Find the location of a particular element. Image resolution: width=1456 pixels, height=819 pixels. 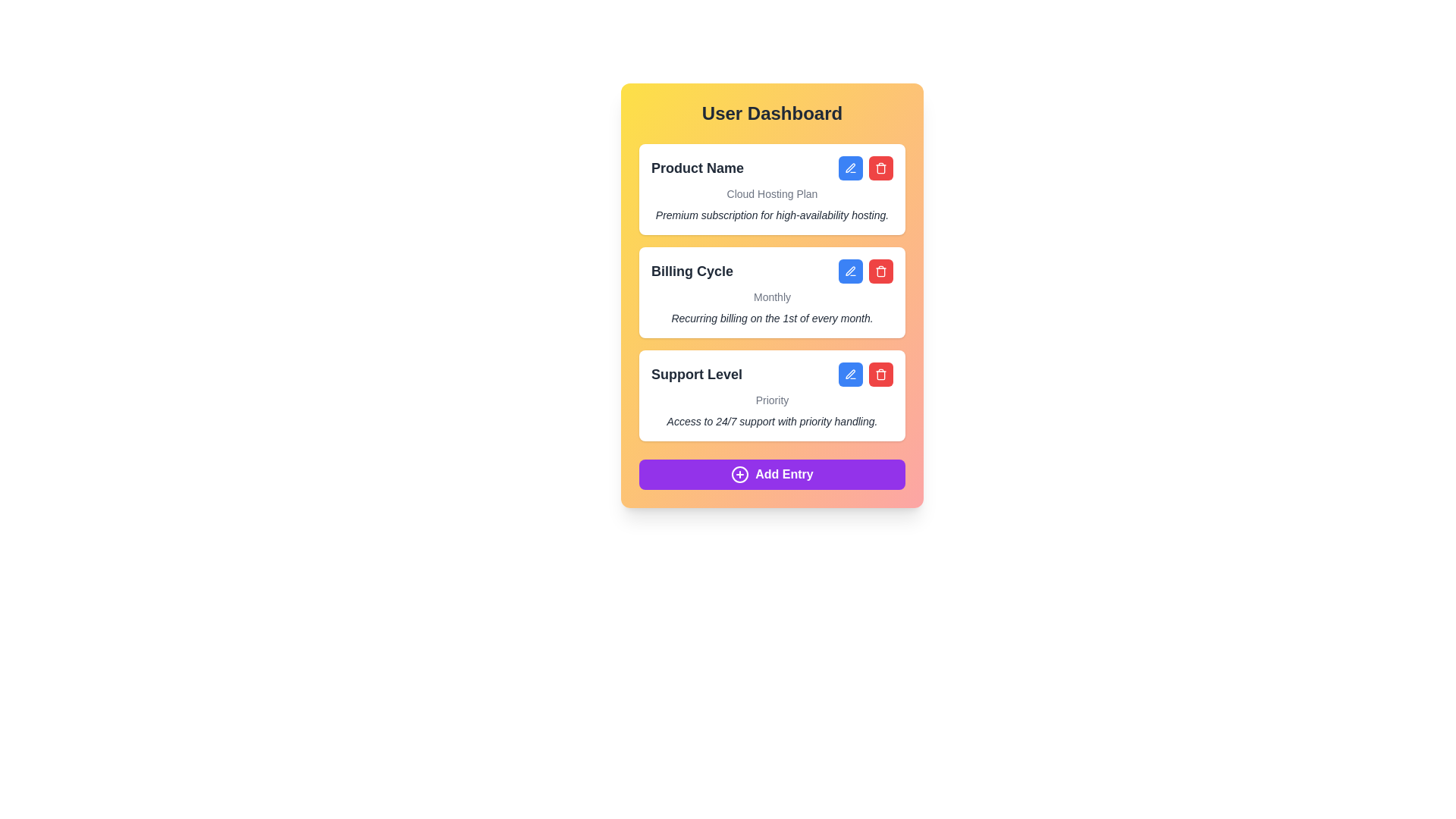

the blue rectangular button with a white pen icon representing edit functionality, located beside the 'Billing Cycle' label and to the left of the red delete icon button is located at coordinates (851, 271).